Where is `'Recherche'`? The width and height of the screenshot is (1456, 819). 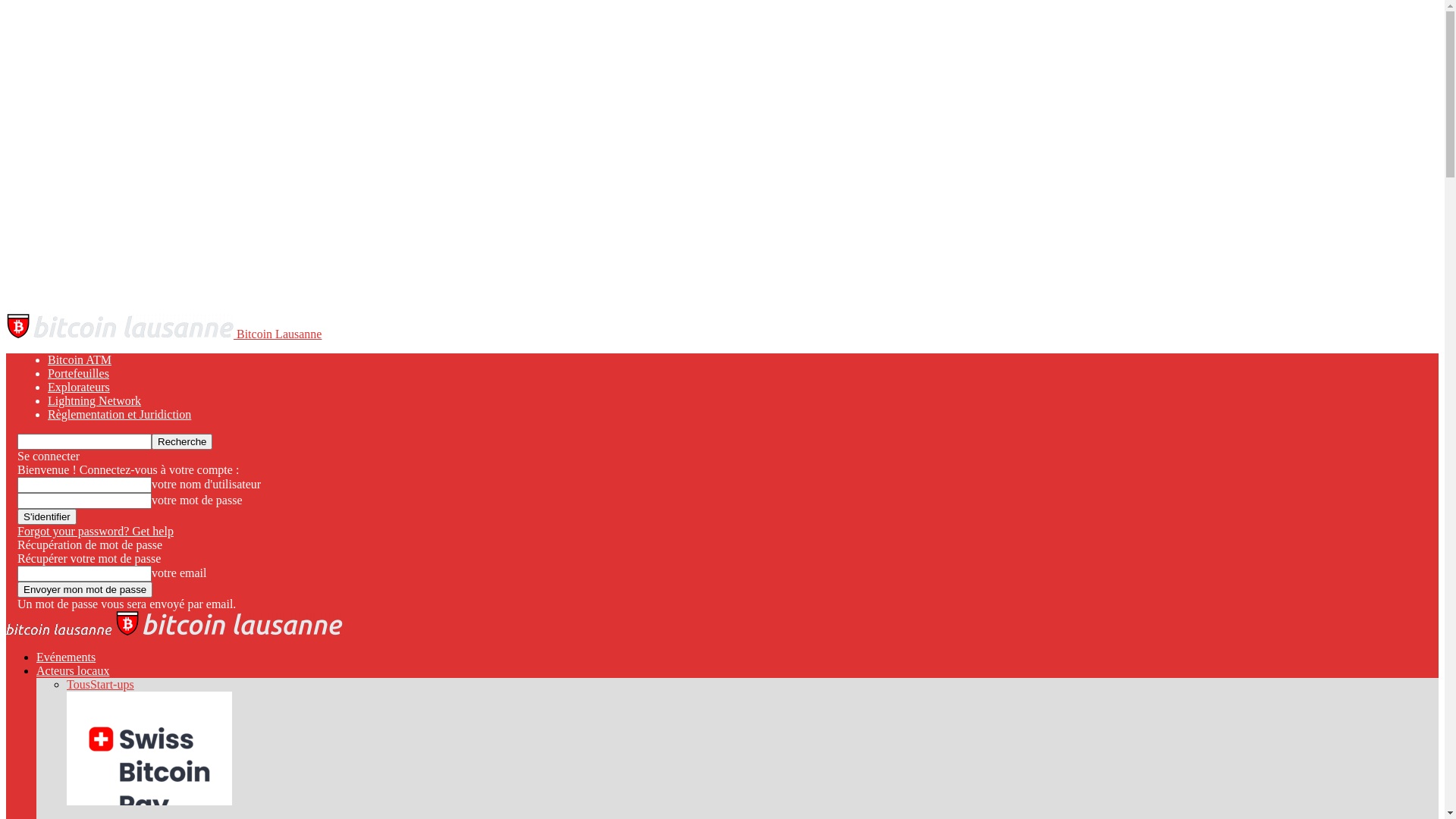
'Recherche' is located at coordinates (182, 441).